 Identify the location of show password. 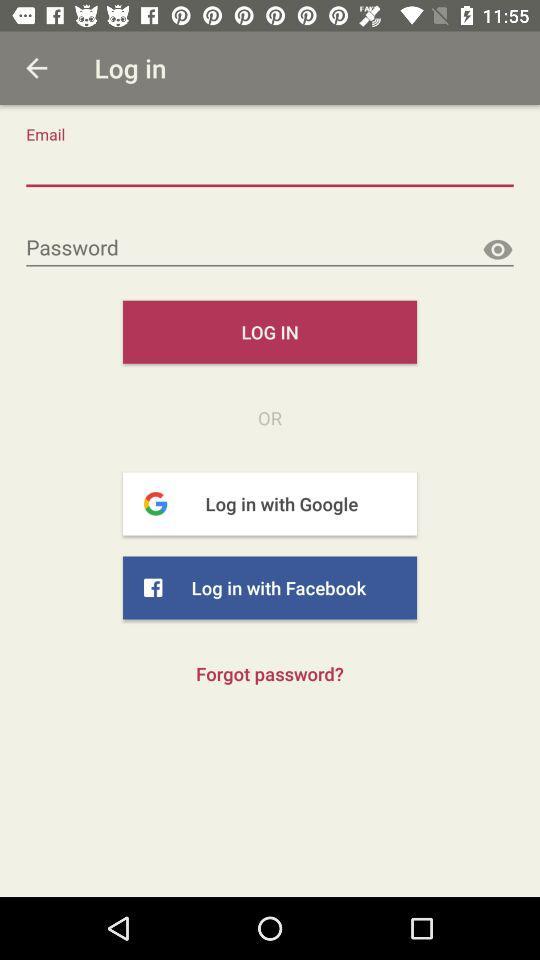
(496, 249).